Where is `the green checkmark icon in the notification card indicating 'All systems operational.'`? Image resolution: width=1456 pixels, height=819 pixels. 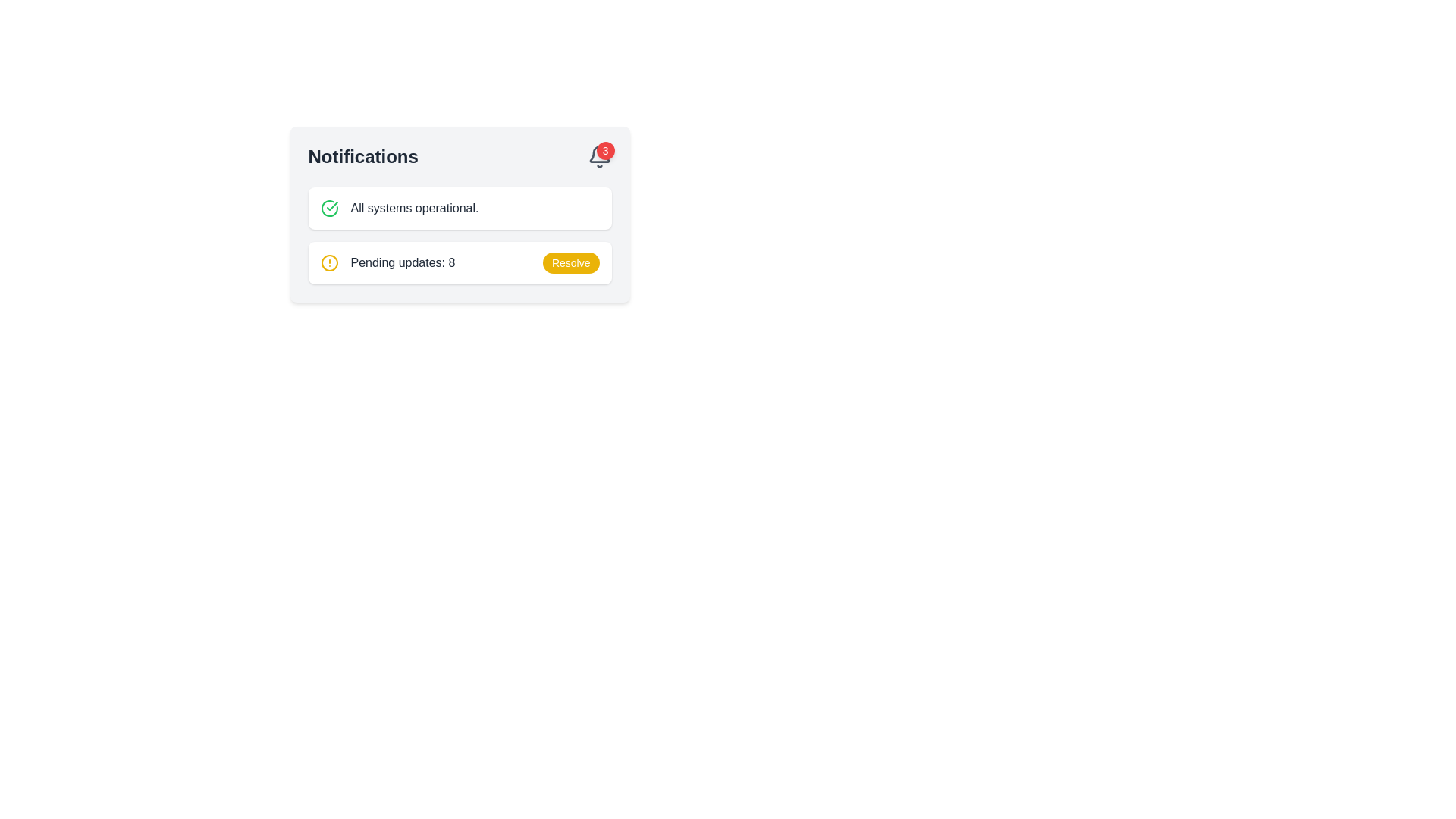
the green checkmark icon in the notification card indicating 'All systems operational.' is located at coordinates (328, 208).